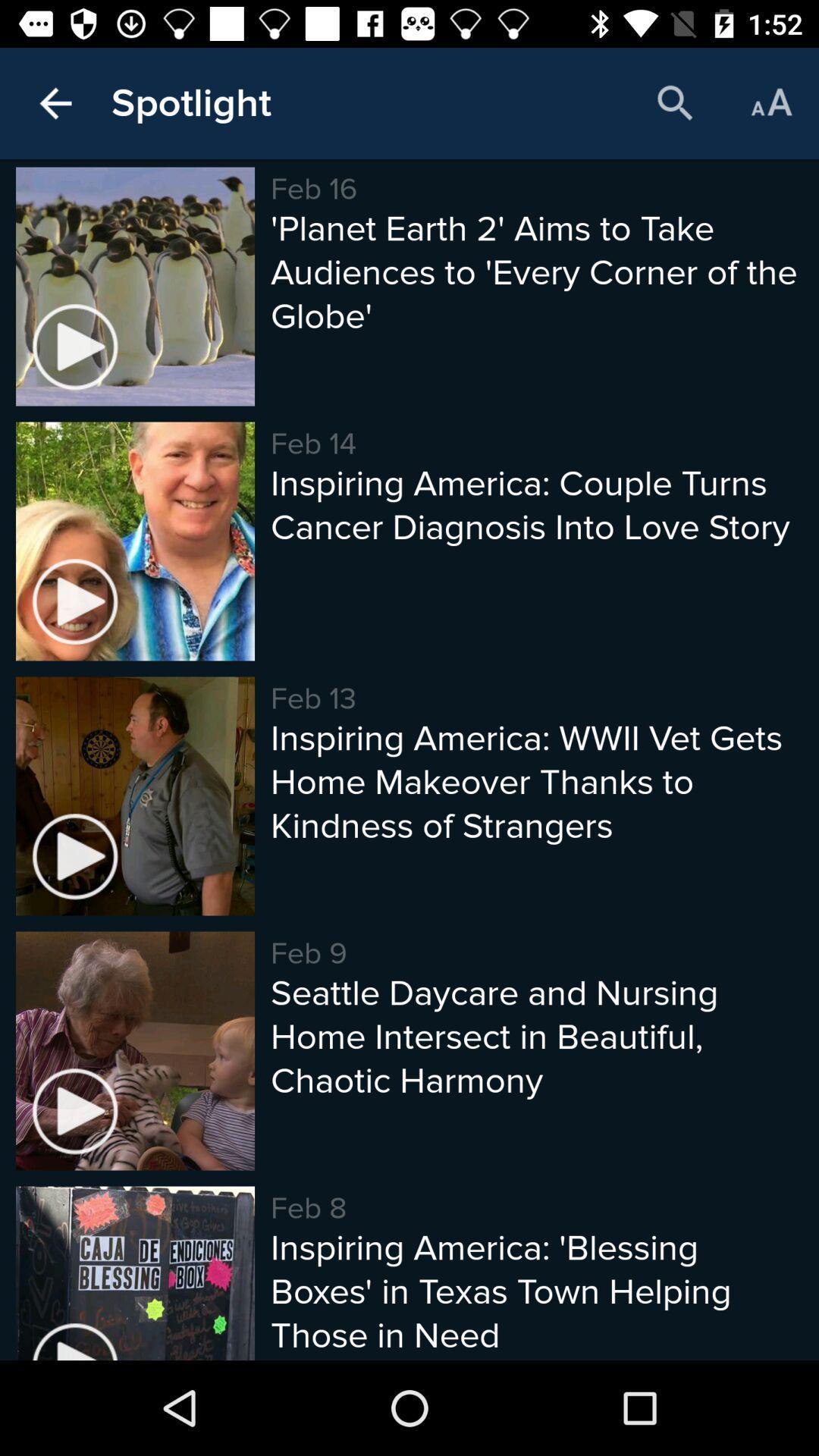 The height and width of the screenshot is (1456, 819). I want to click on the item next to the feb 16 item, so click(190, 102).